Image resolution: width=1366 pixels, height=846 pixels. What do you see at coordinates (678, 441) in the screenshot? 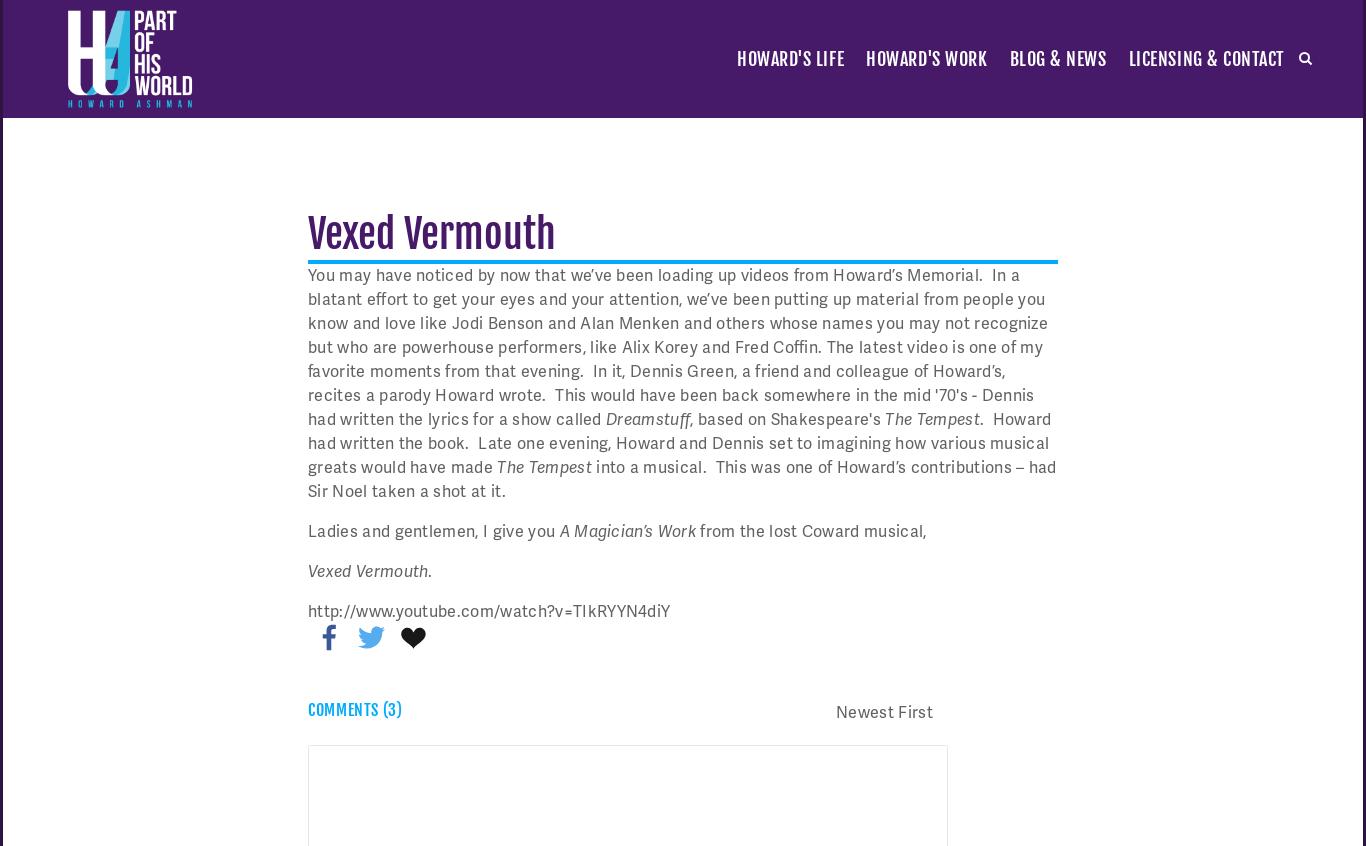
I see `'.  Howard had written the book.  Late one evening, Howard and Dennis set to imagining how various musical greats would have made'` at bounding box center [678, 441].